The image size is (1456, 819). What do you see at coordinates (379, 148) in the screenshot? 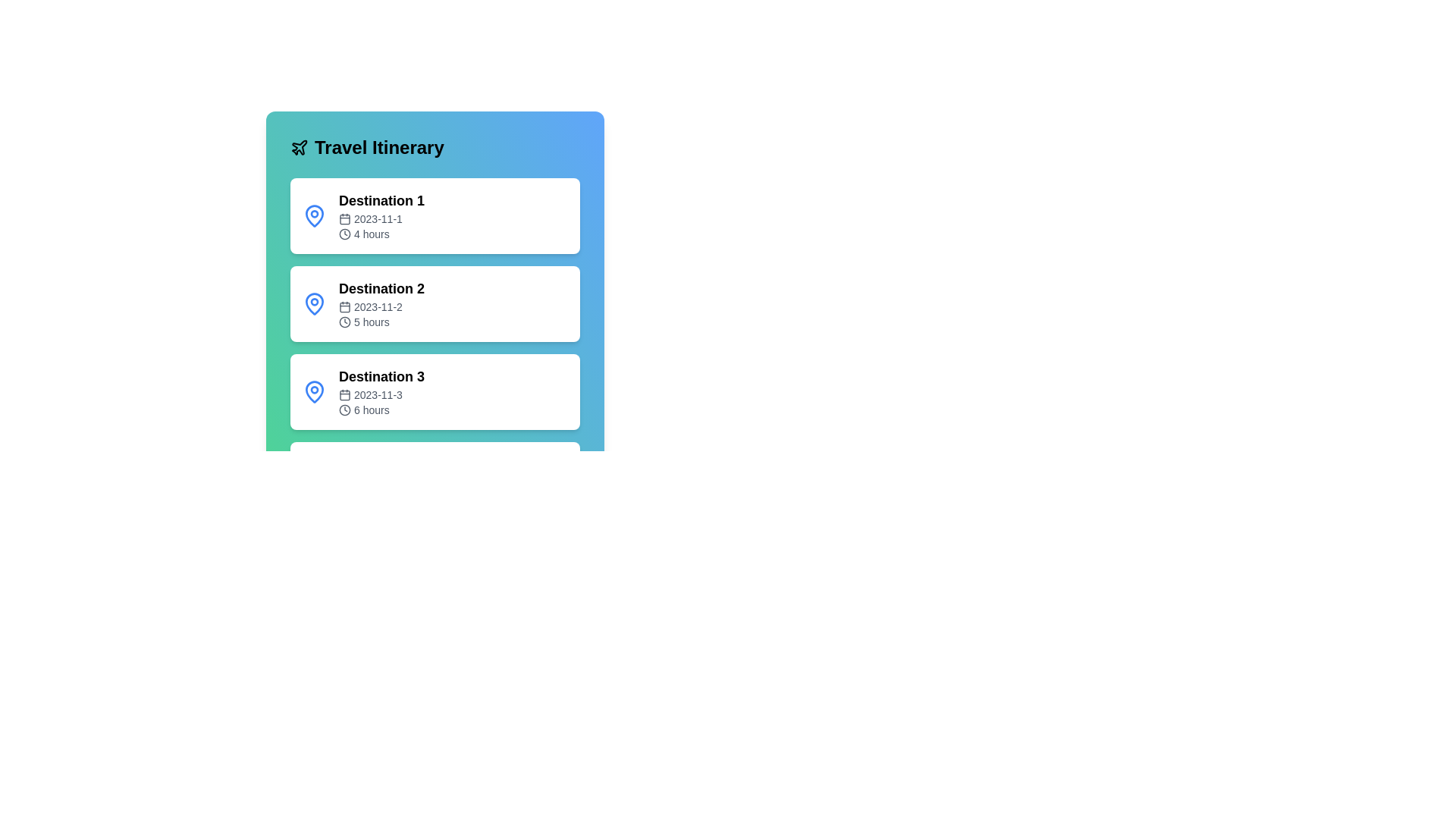
I see `the Header text located in the upper-left corner next to the airplane-style icon` at bounding box center [379, 148].